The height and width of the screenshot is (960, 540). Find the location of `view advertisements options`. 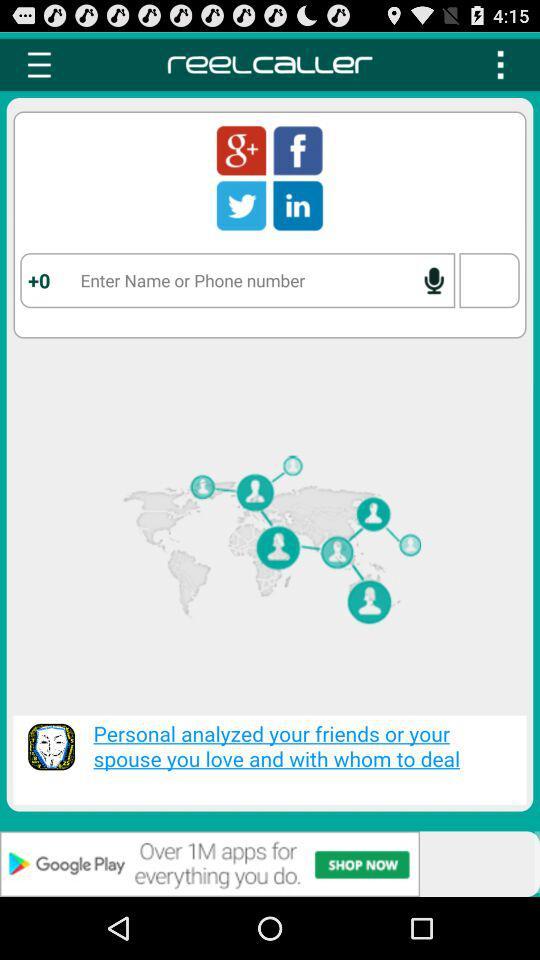

view advertisements options is located at coordinates (270, 863).